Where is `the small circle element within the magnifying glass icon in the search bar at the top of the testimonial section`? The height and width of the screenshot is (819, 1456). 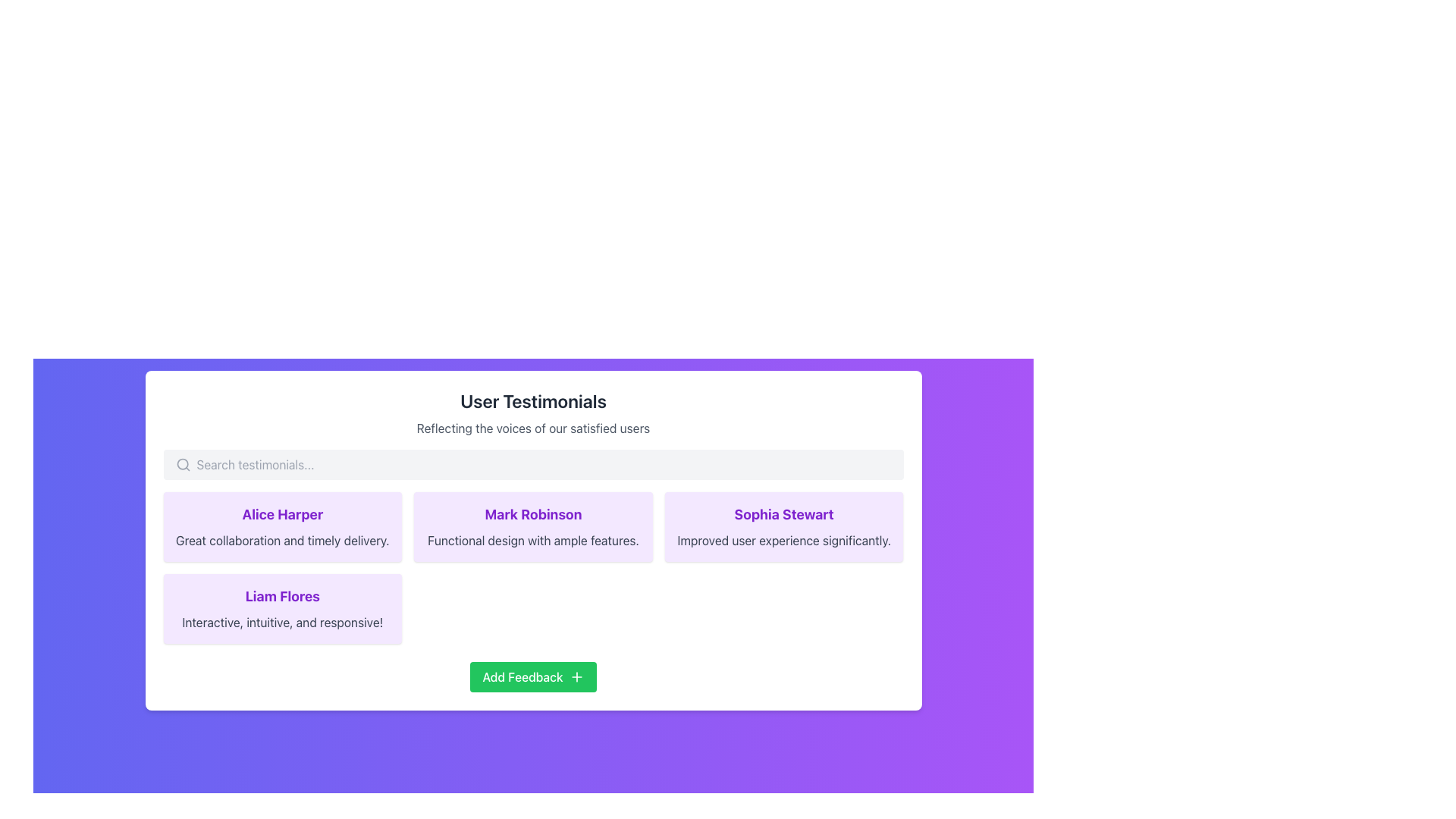
the small circle element within the magnifying glass icon in the search bar at the top of the testimonial section is located at coordinates (182, 463).